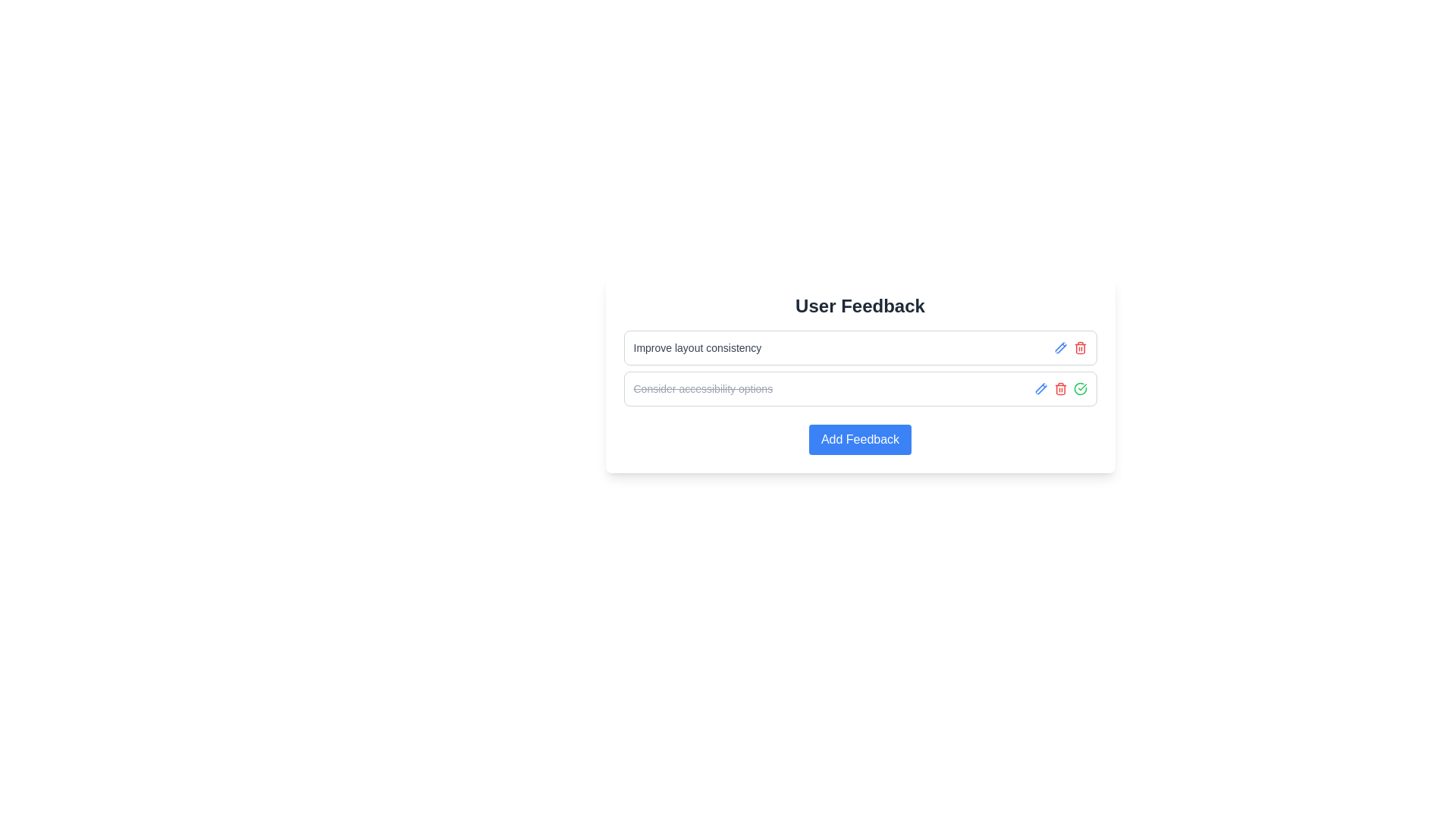 The width and height of the screenshot is (1456, 819). What do you see at coordinates (1079, 388) in the screenshot?
I see `the confirmation icon button located on the rightmost side of its group, which is the third icon in the row for the second item of the list to confirm the action` at bounding box center [1079, 388].